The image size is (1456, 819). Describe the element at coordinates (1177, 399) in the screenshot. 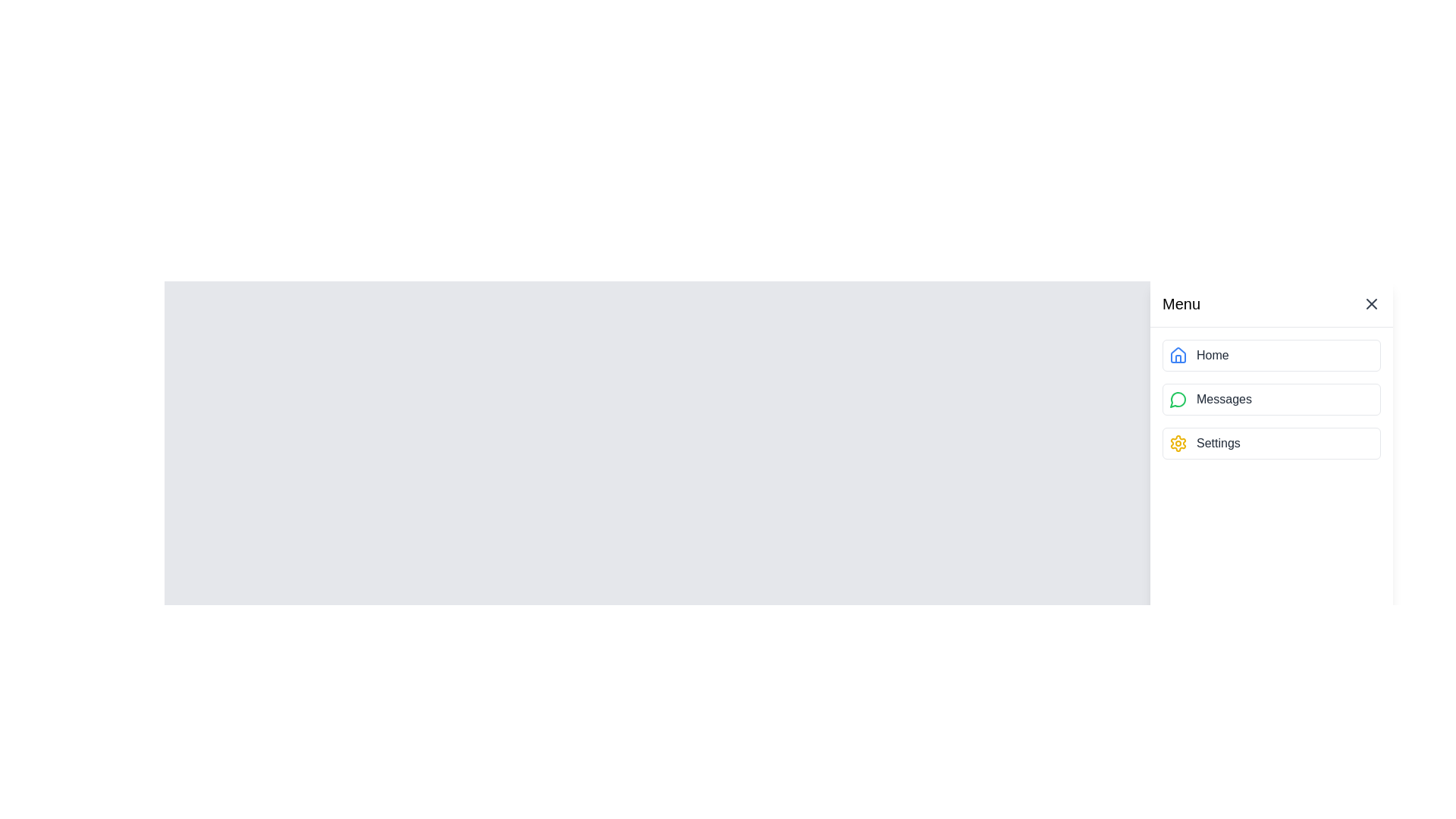

I see `the decorative icon representing the 'Messages' menu option located in the vertical navigation menu, situated between the 'Home' and 'Settings' items` at that location.